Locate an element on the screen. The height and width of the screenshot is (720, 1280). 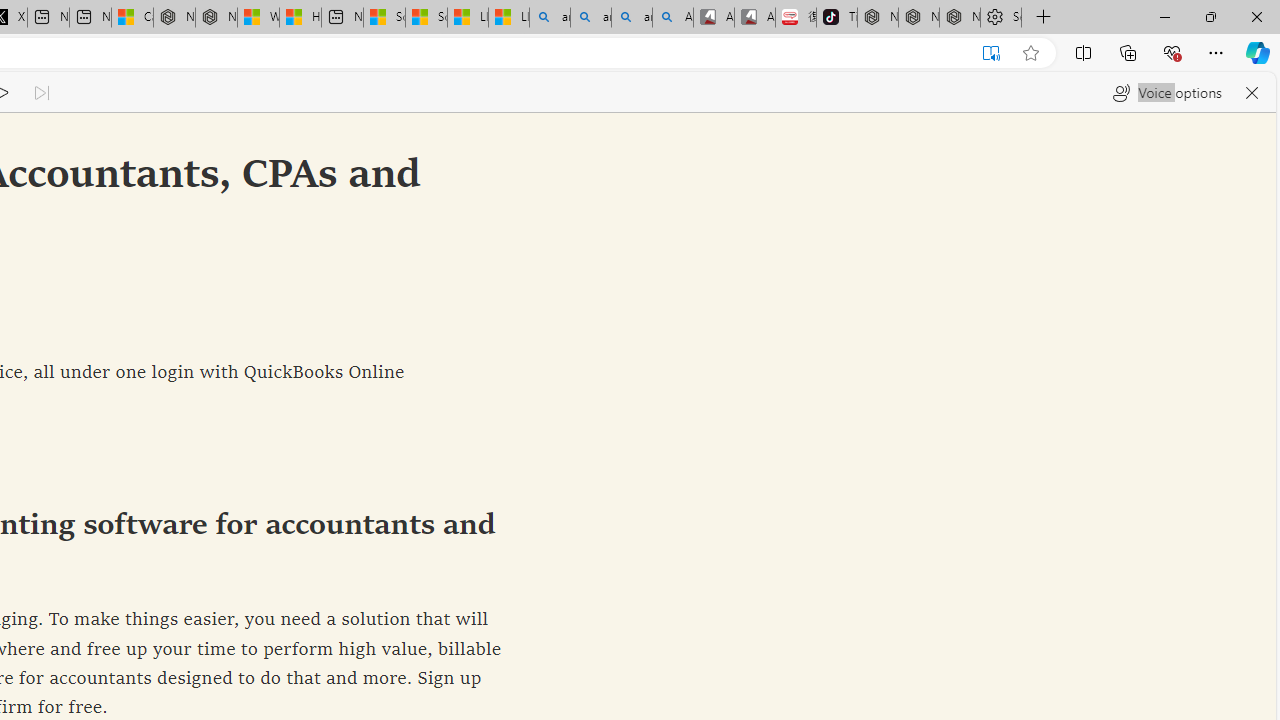
'Voice options' is located at coordinates (1167, 92).